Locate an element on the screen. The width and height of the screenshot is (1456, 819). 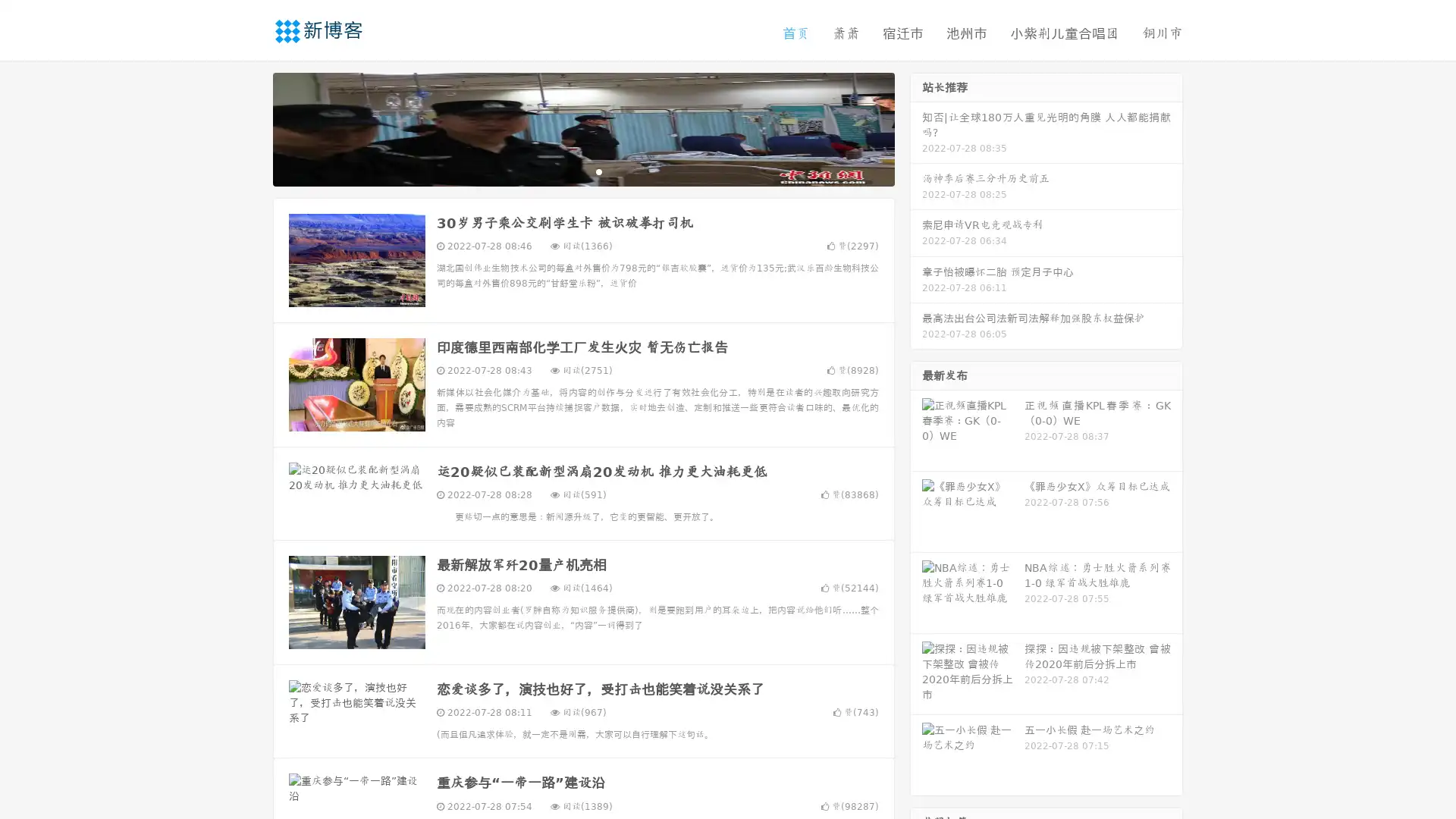
Go to slide 1 is located at coordinates (567, 171).